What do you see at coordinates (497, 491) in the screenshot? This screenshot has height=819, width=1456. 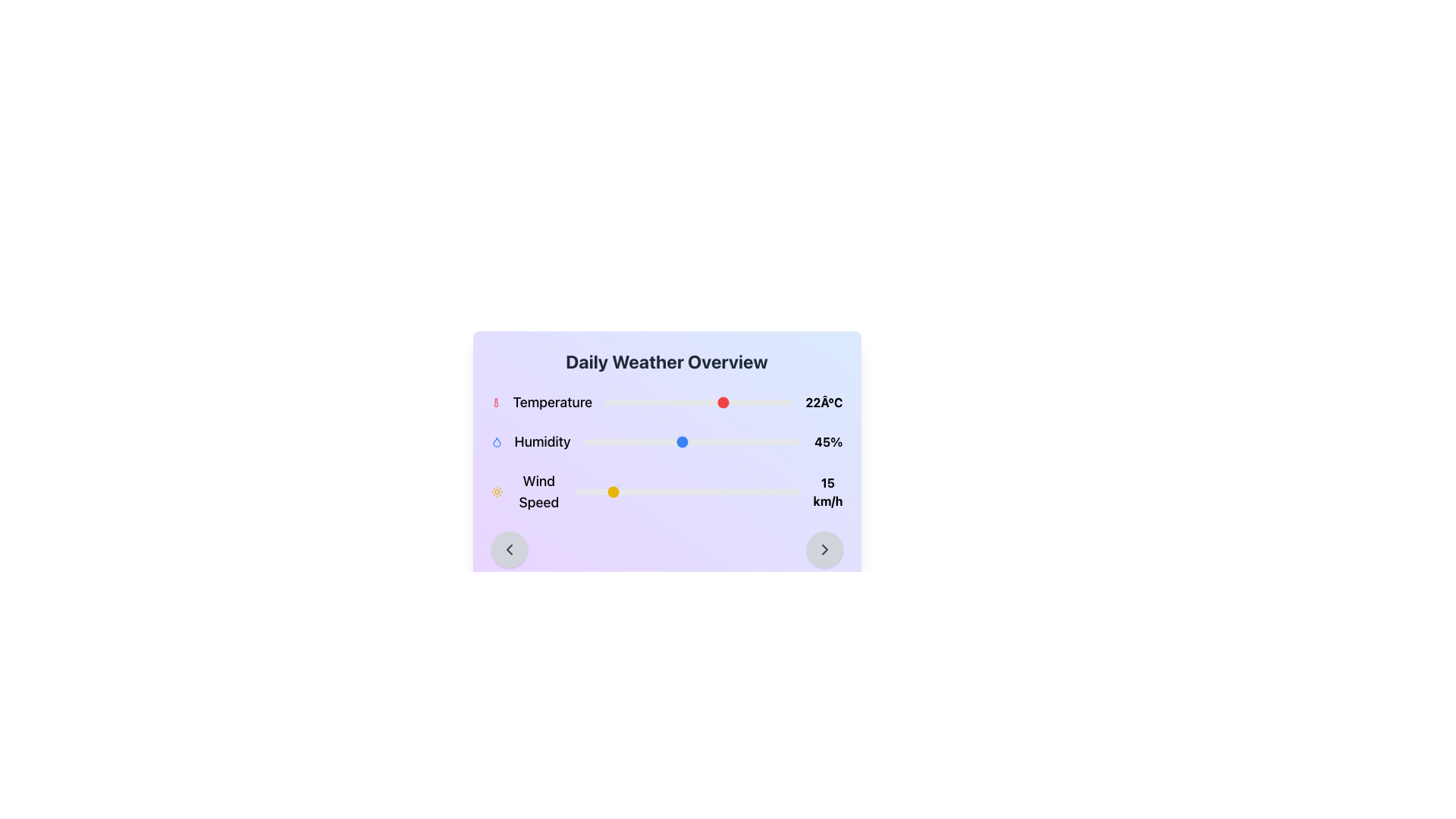 I see `the weather icon located to the left of the 'Wind Speed' text, which is the first element in its group and positioned above the '15 km/h' value` at bounding box center [497, 491].